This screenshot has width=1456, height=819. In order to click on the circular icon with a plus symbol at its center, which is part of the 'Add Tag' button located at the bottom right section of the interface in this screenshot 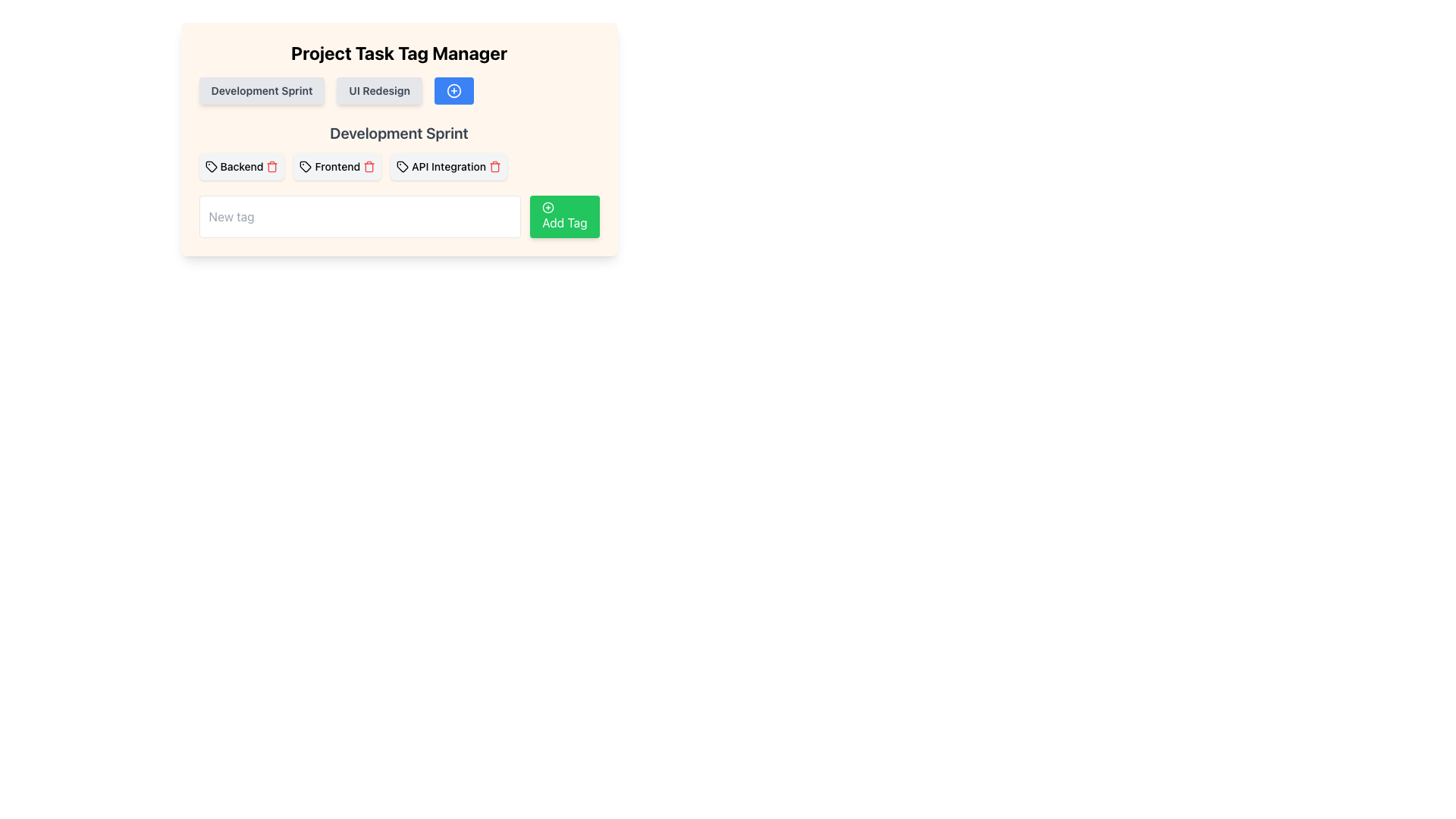, I will do `click(453, 90)`.